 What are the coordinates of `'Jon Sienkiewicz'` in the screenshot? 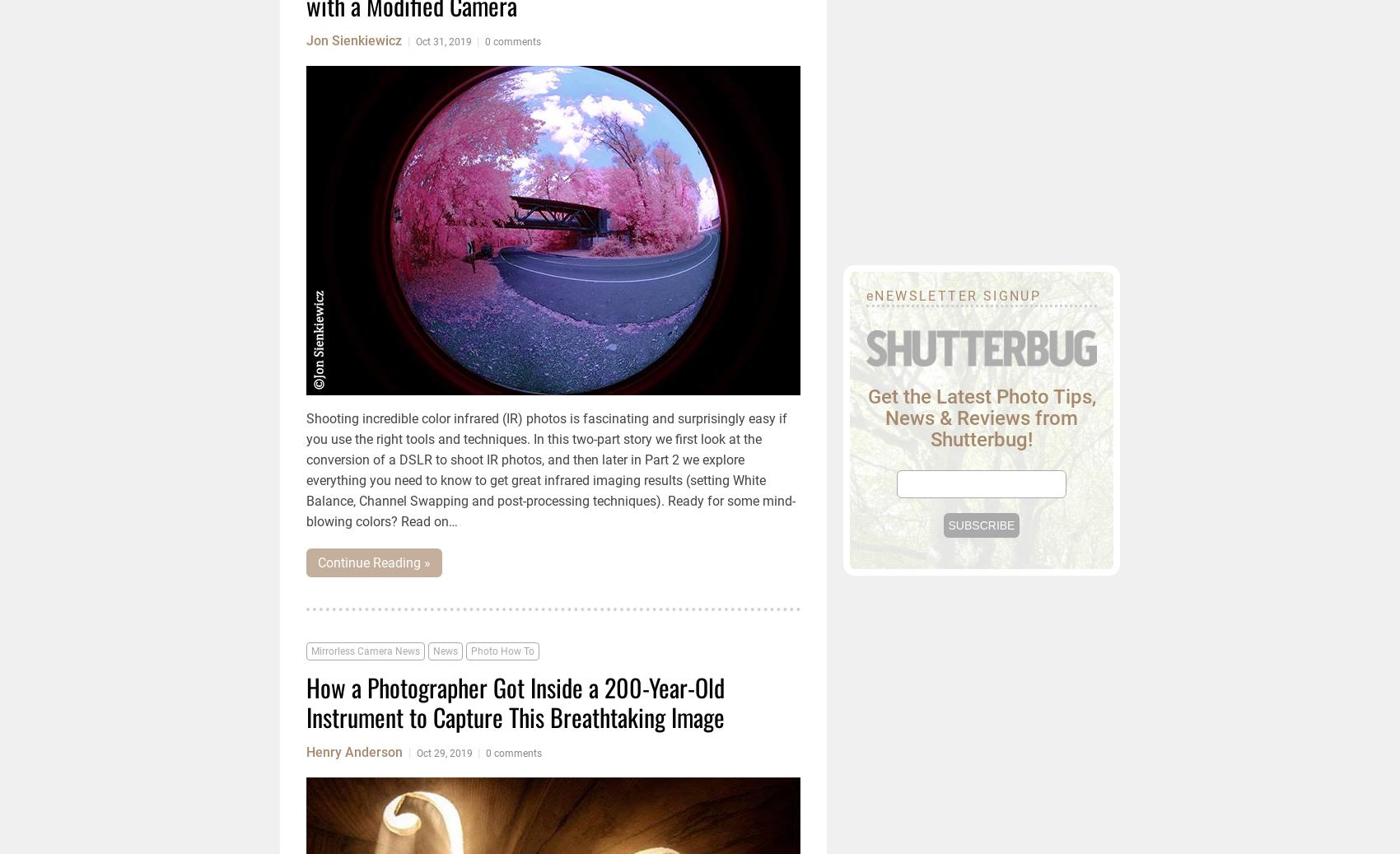 It's located at (353, 40).